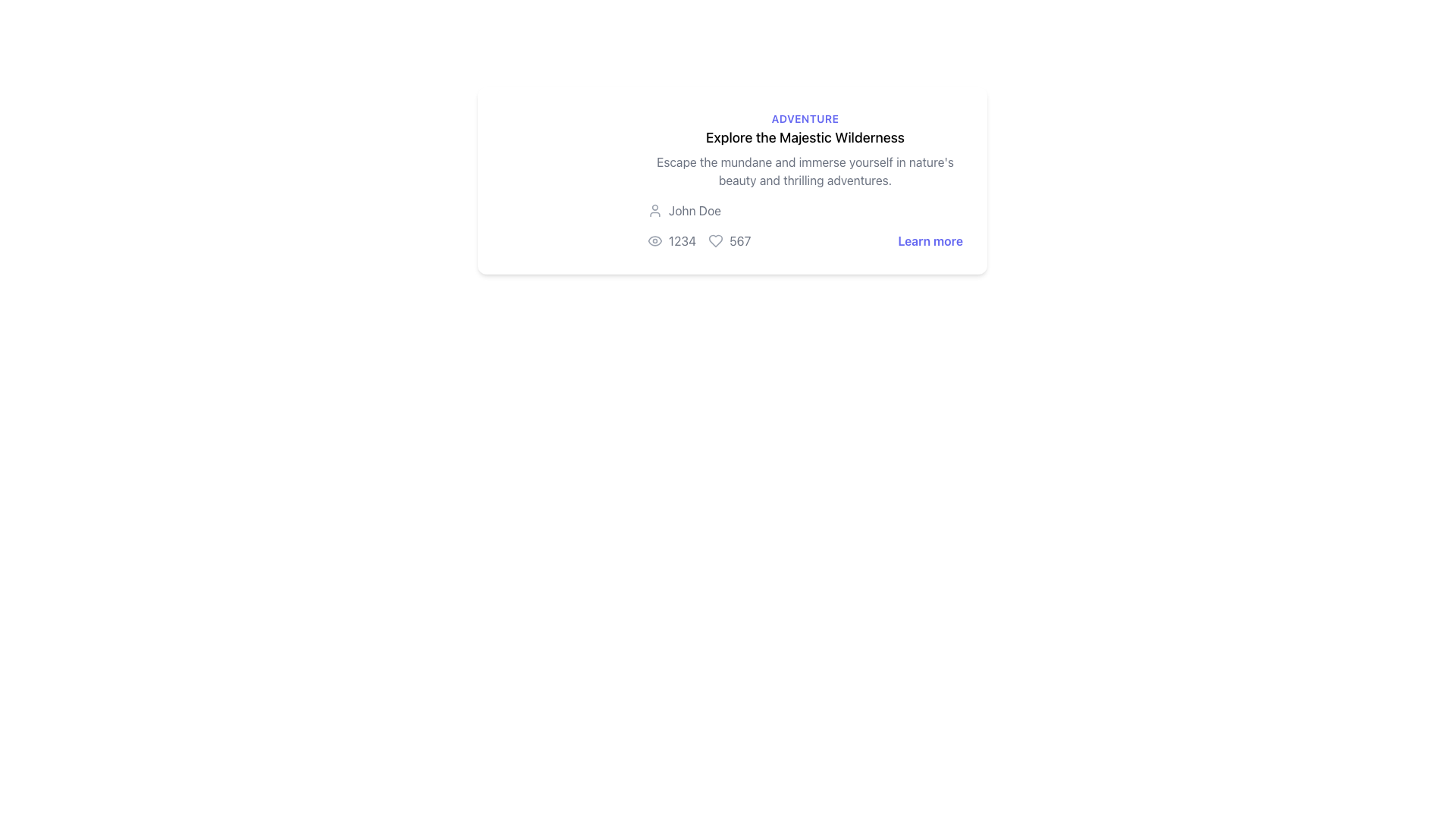 The width and height of the screenshot is (1456, 819). What do you see at coordinates (682, 240) in the screenshot?
I see `text content displayed in the numeric statistic located between an eye icon and another numeric value in a horizontally aligned group of components` at bounding box center [682, 240].